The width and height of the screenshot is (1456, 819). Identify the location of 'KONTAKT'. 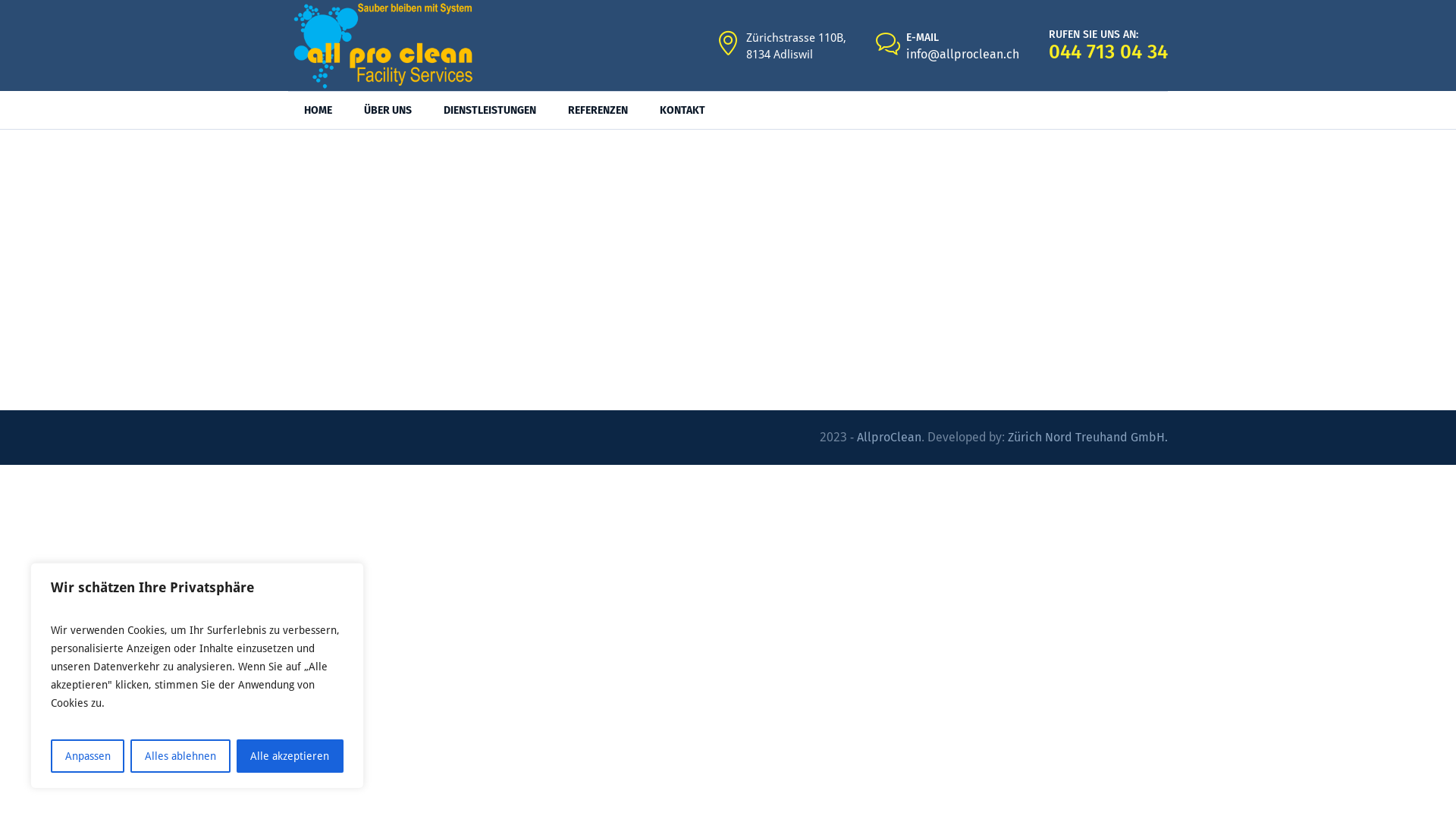
(682, 110).